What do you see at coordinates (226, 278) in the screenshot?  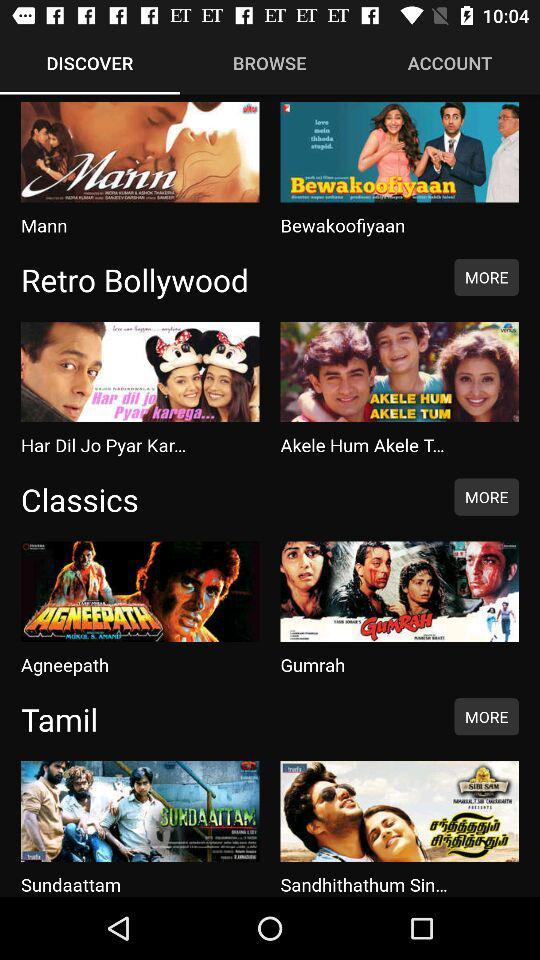 I see `retro bollywood icon` at bounding box center [226, 278].